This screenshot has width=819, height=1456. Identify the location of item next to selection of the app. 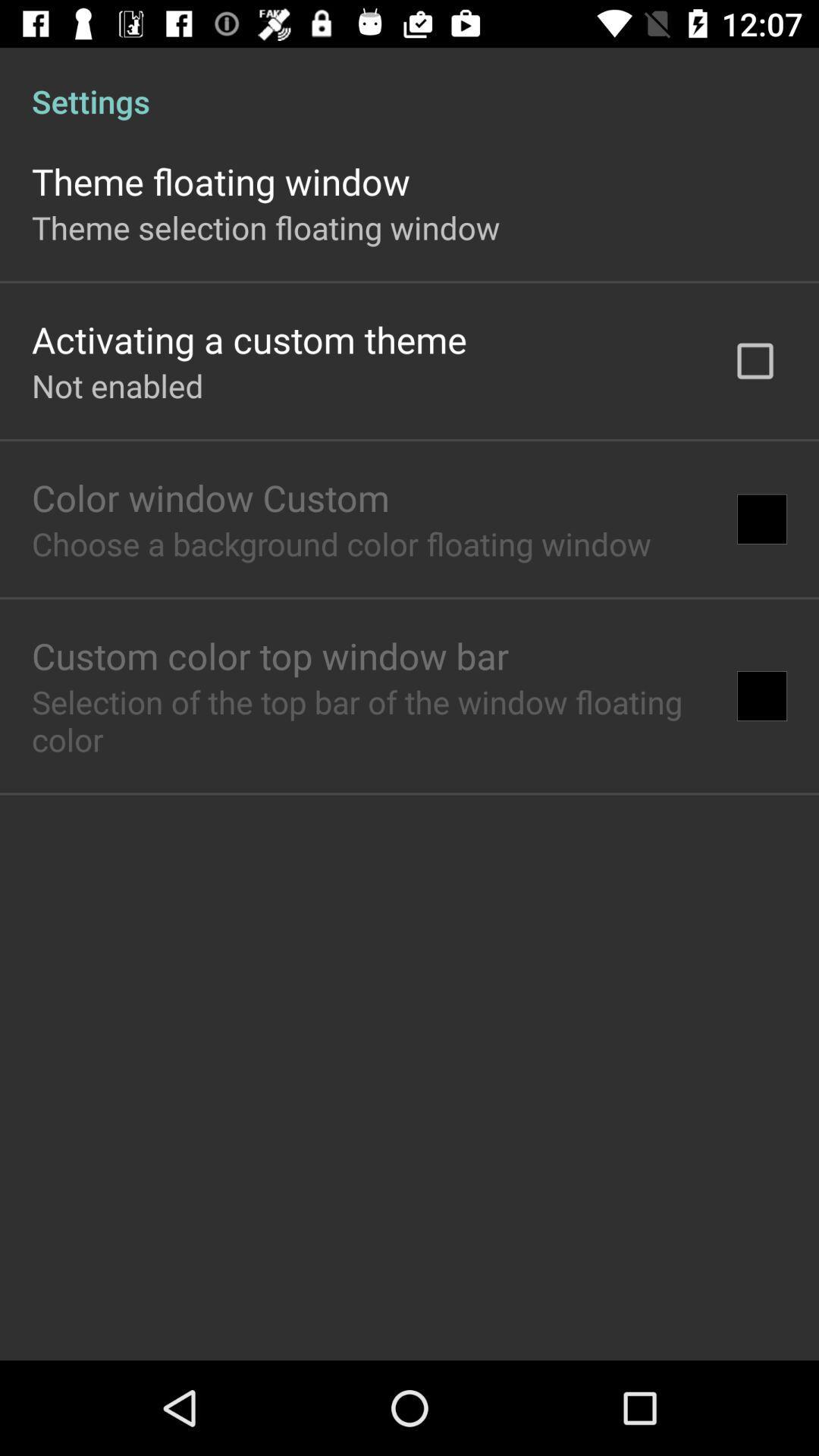
(762, 695).